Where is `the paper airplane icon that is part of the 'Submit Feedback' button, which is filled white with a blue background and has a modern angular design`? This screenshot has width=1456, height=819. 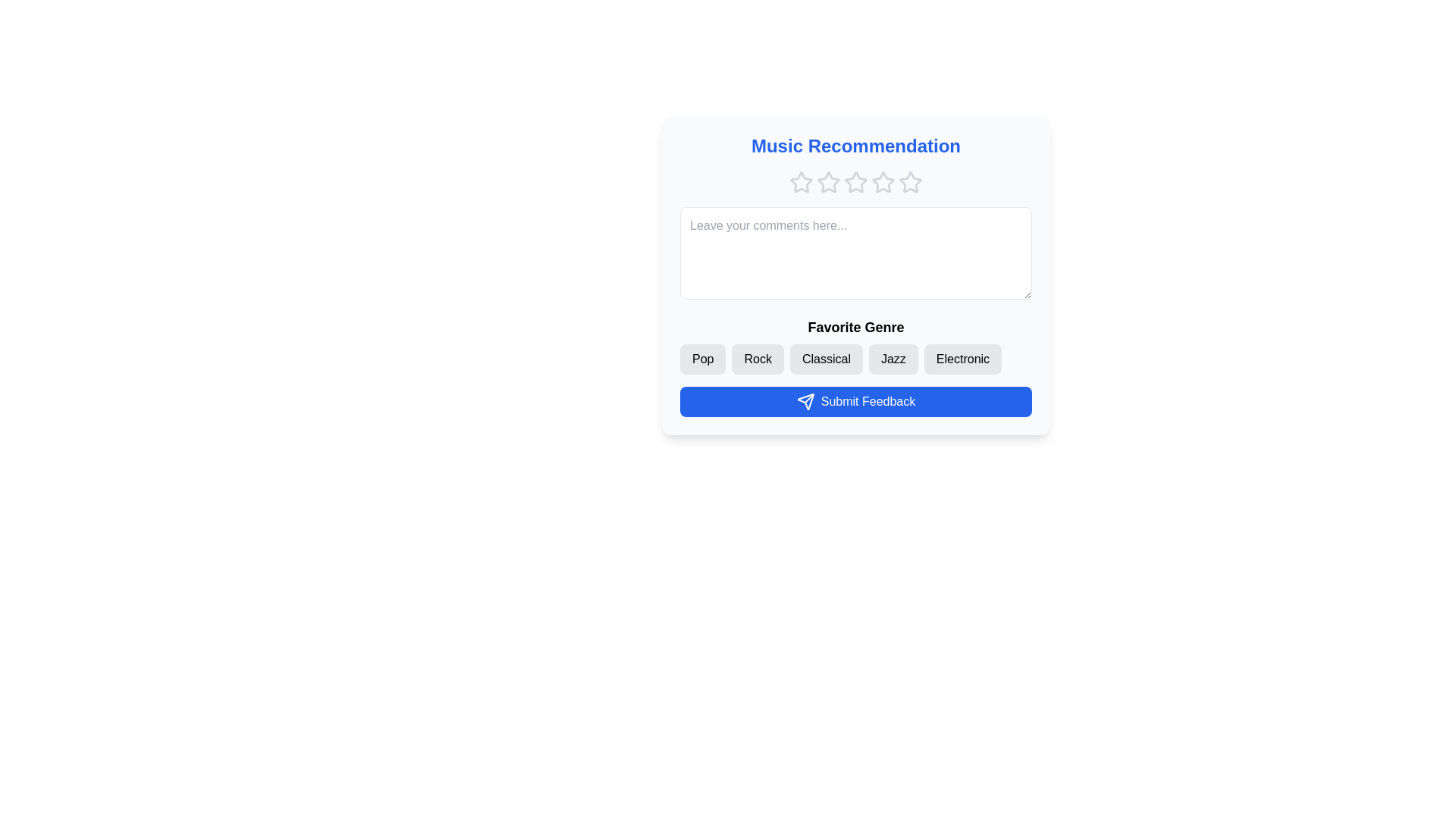
the paper airplane icon that is part of the 'Submit Feedback' button, which is filled white with a blue background and has a modern angular design is located at coordinates (805, 400).